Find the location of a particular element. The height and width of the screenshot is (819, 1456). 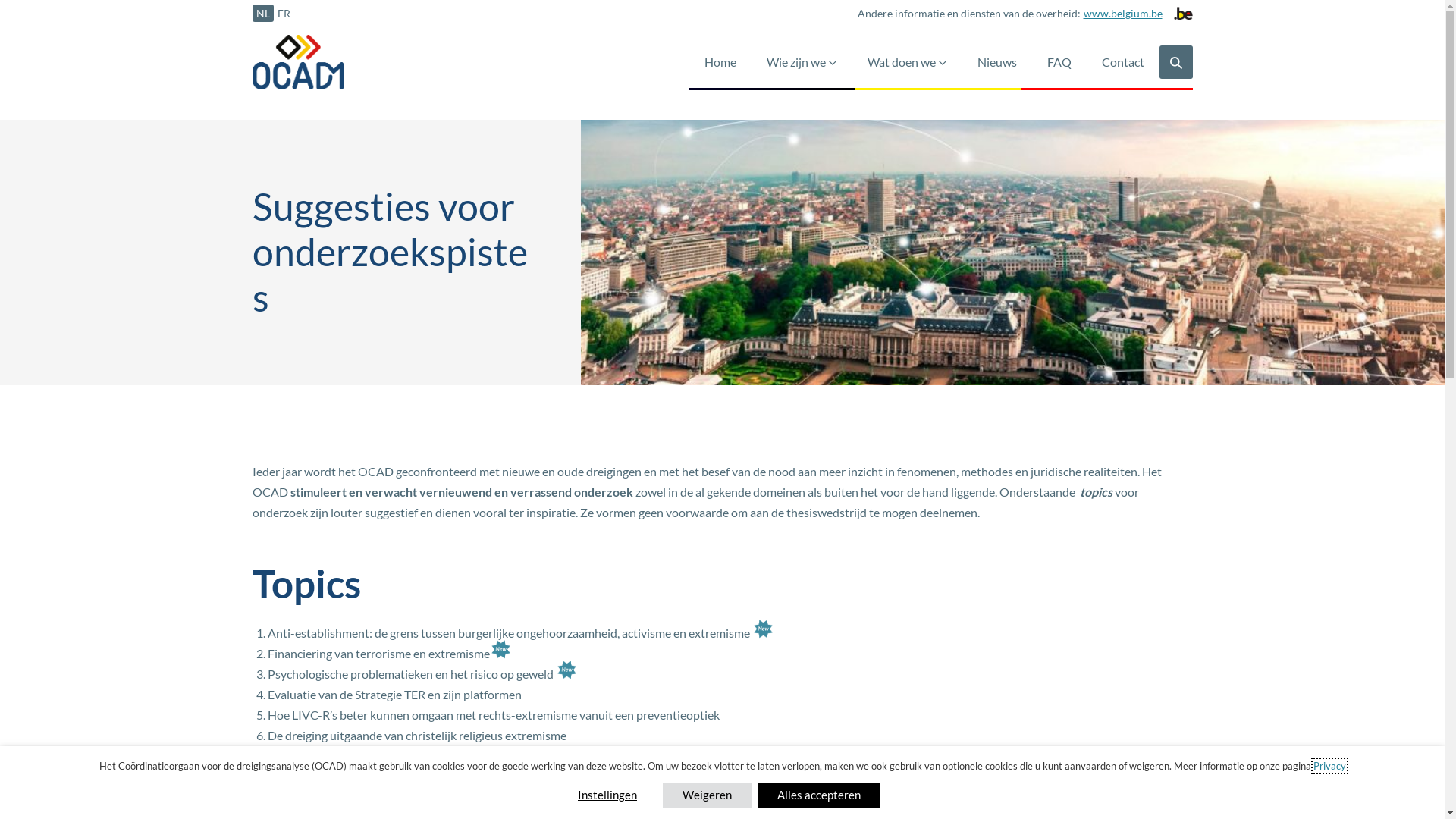

'Weigeren' is located at coordinates (706, 794).